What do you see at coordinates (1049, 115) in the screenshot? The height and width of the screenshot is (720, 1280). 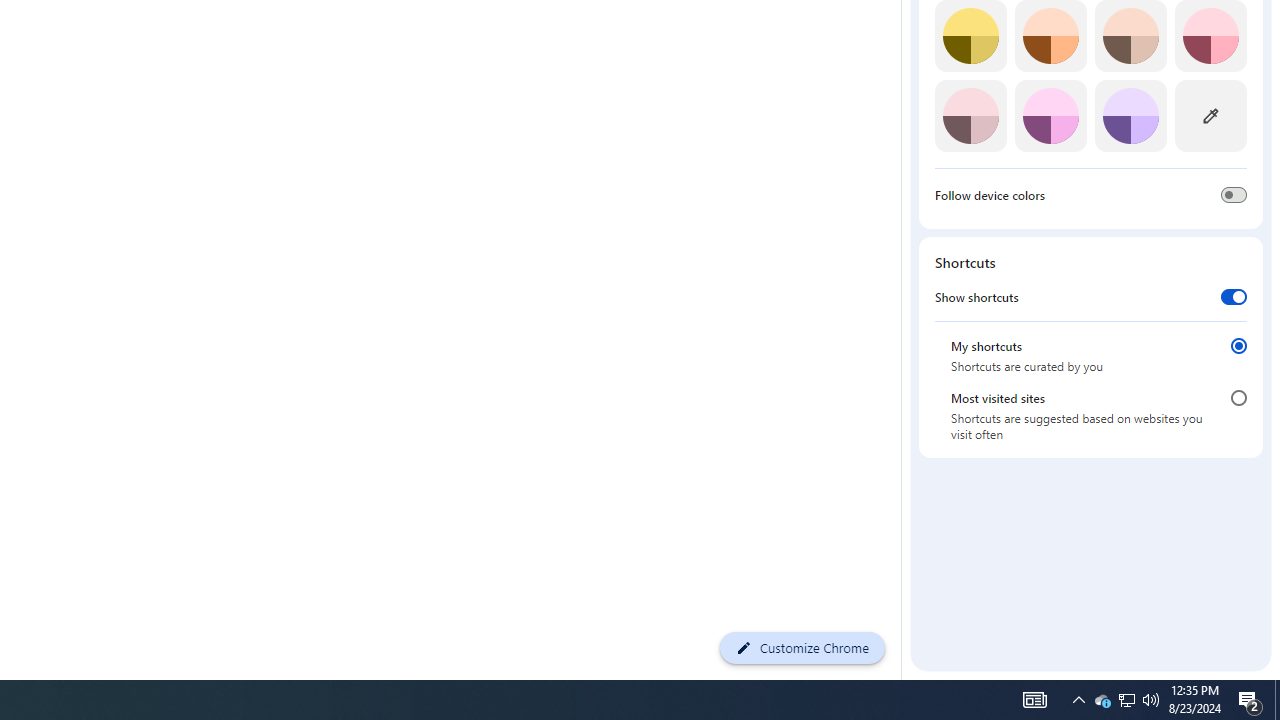 I see `'Fuchsia'` at bounding box center [1049, 115].